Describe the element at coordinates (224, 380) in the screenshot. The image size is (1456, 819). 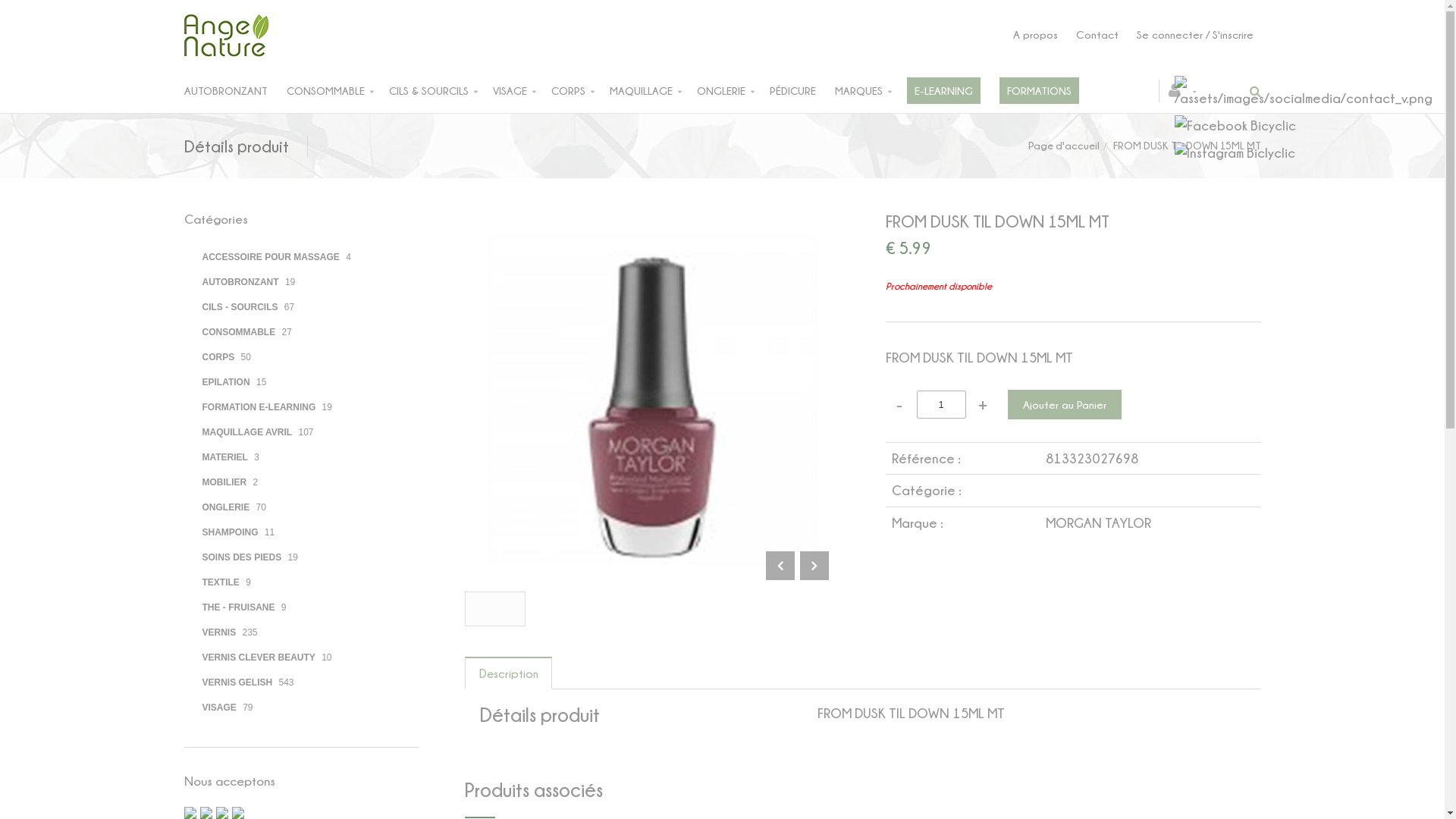
I see `'EPILATION'` at that location.